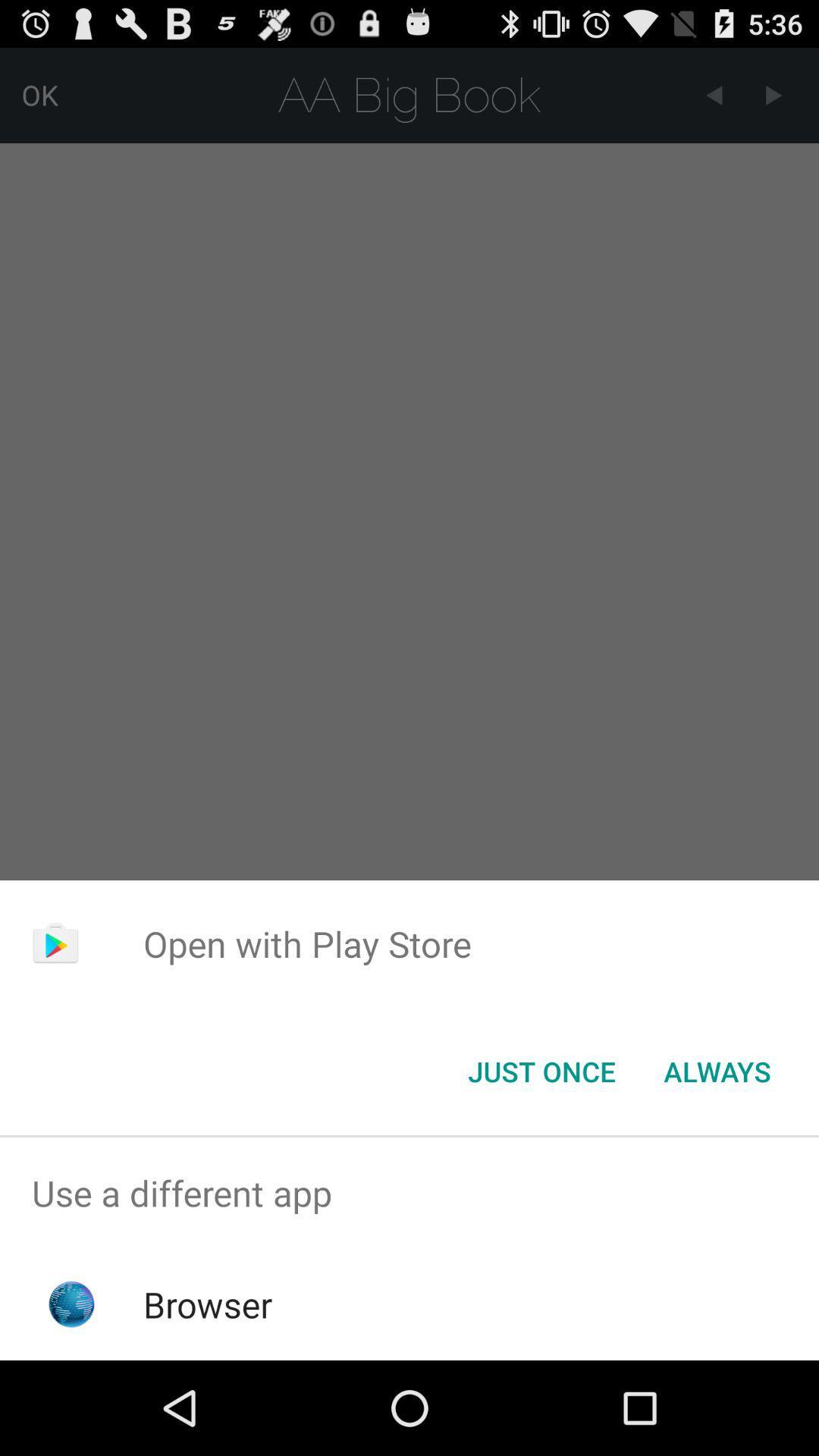  I want to click on icon to the left of the always, so click(541, 1070).